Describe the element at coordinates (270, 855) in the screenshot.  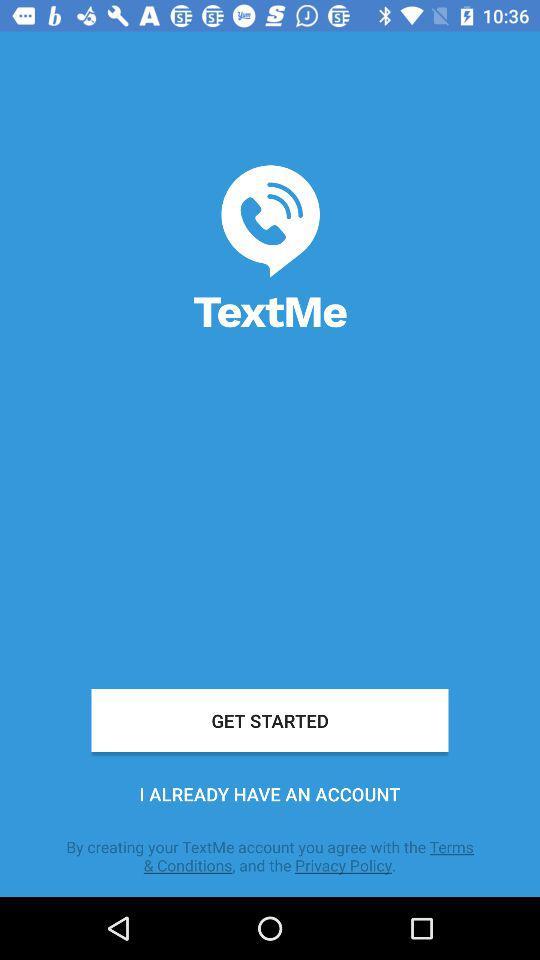
I see `the icon below i already have item` at that location.